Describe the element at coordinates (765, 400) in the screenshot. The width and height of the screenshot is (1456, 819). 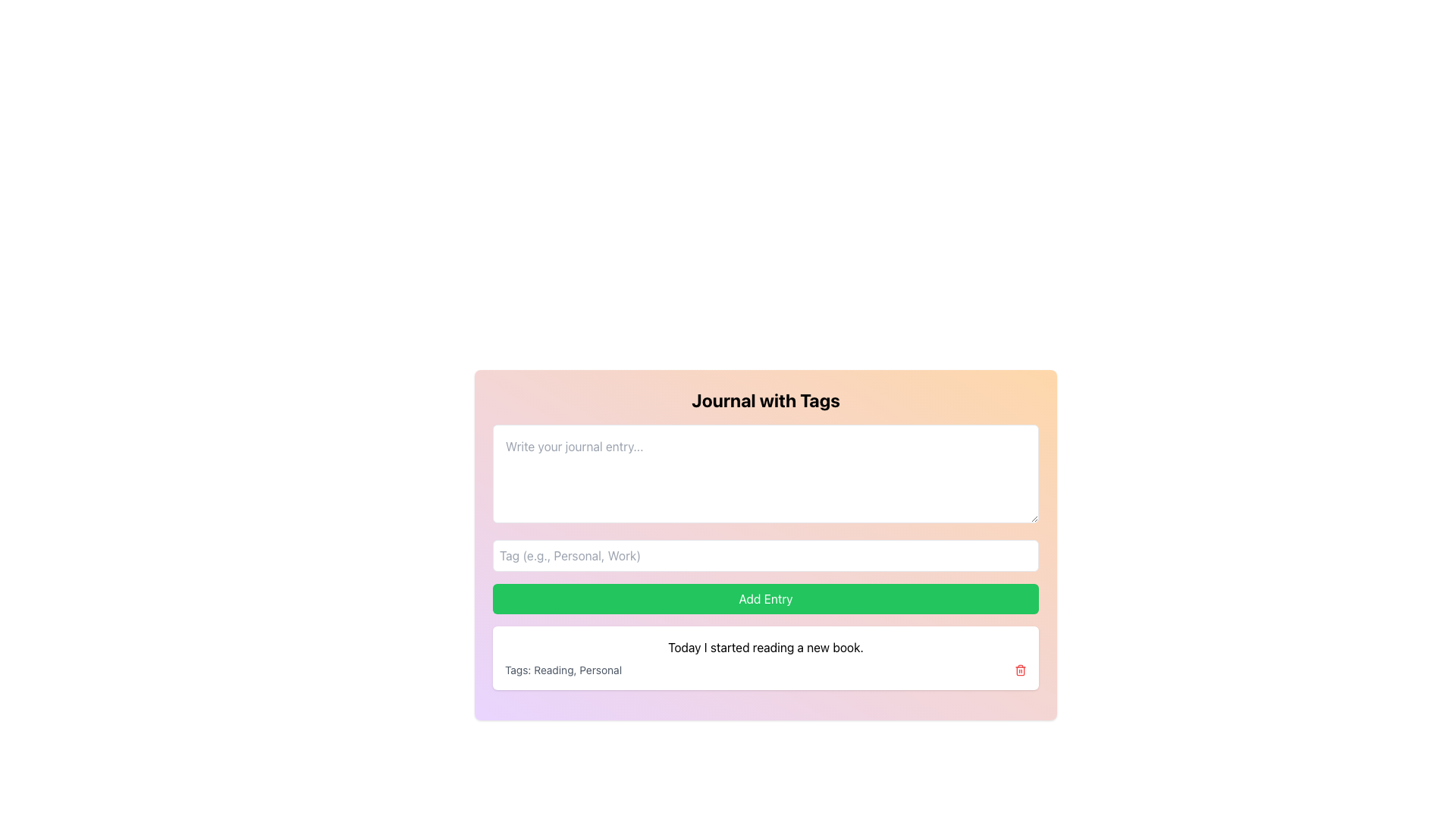
I see `the heading element of the journaling card, which serves as the title or header and is centrally aligned at the top of the card` at that location.